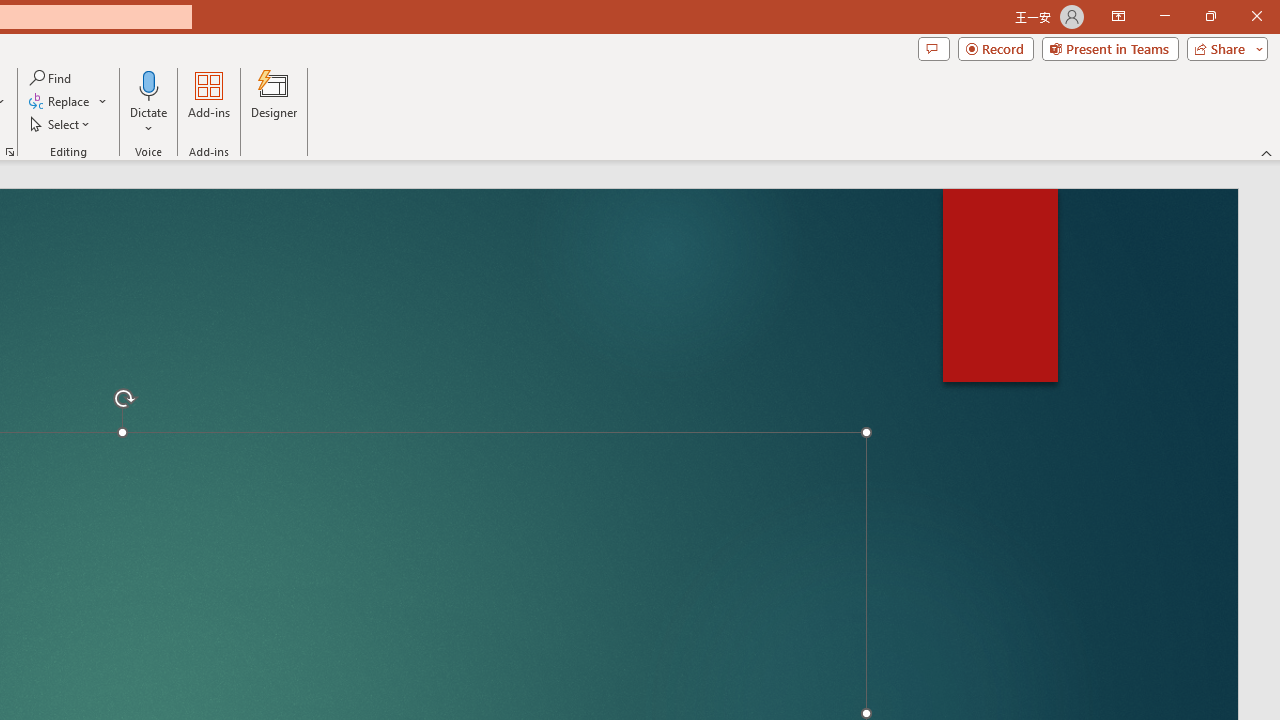 This screenshot has width=1280, height=720. What do you see at coordinates (51, 77) in the screenshot?
I see `'Find...'` at bounding box center [51, 77].